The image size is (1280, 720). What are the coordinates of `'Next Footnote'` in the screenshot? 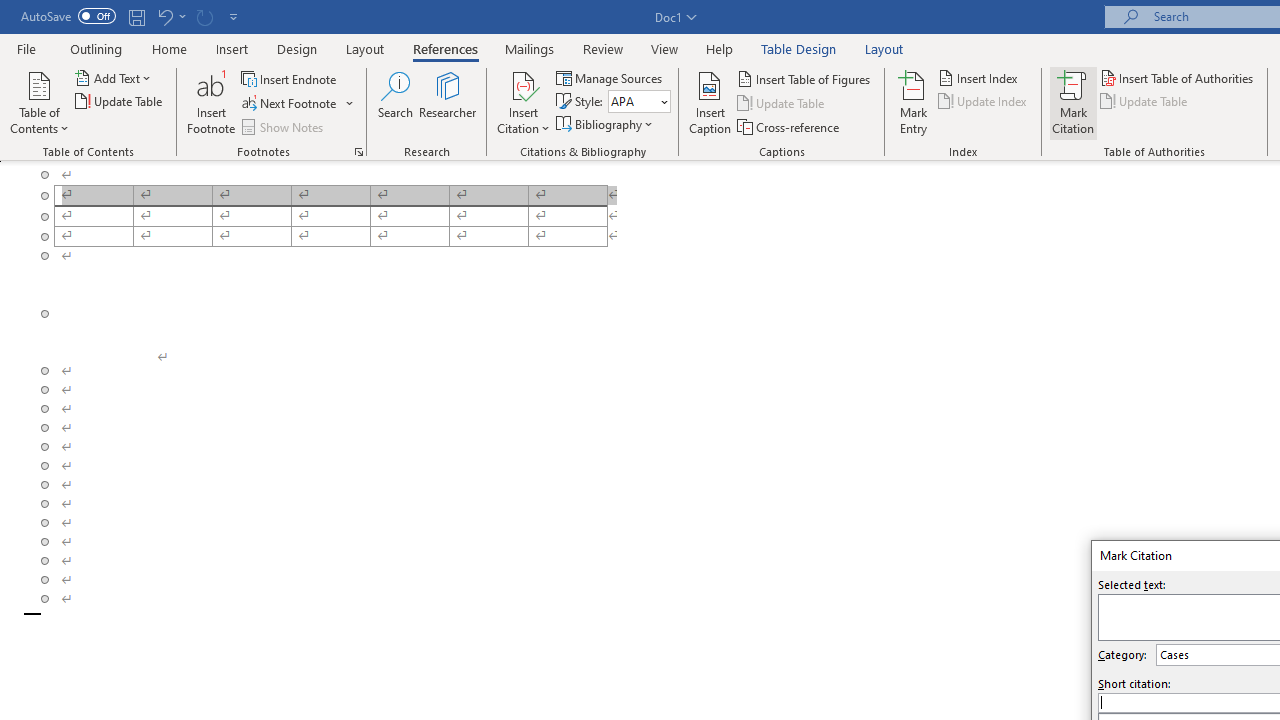 It's located at (289, 103).